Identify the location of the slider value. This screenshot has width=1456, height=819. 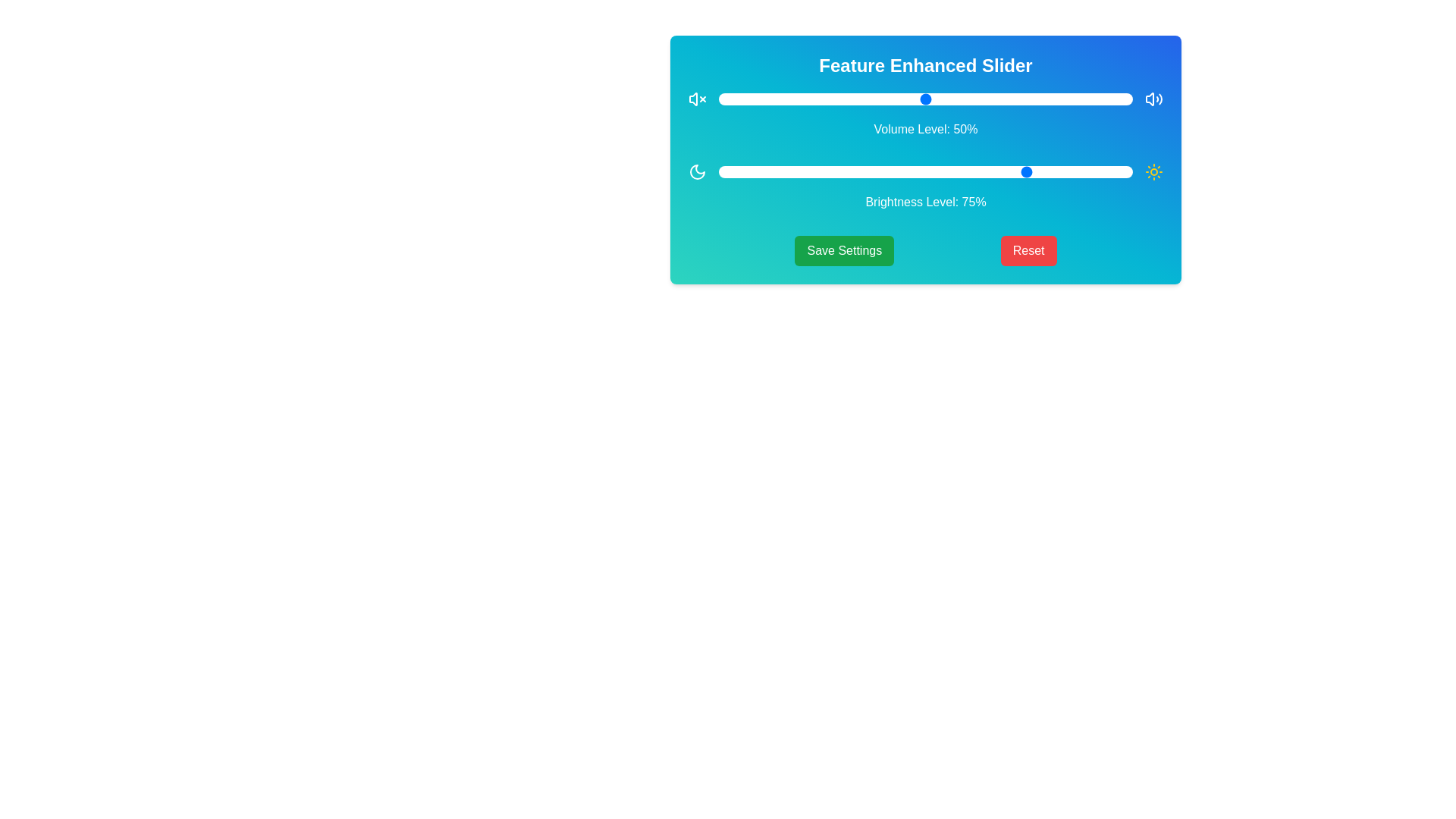
(768, 99).